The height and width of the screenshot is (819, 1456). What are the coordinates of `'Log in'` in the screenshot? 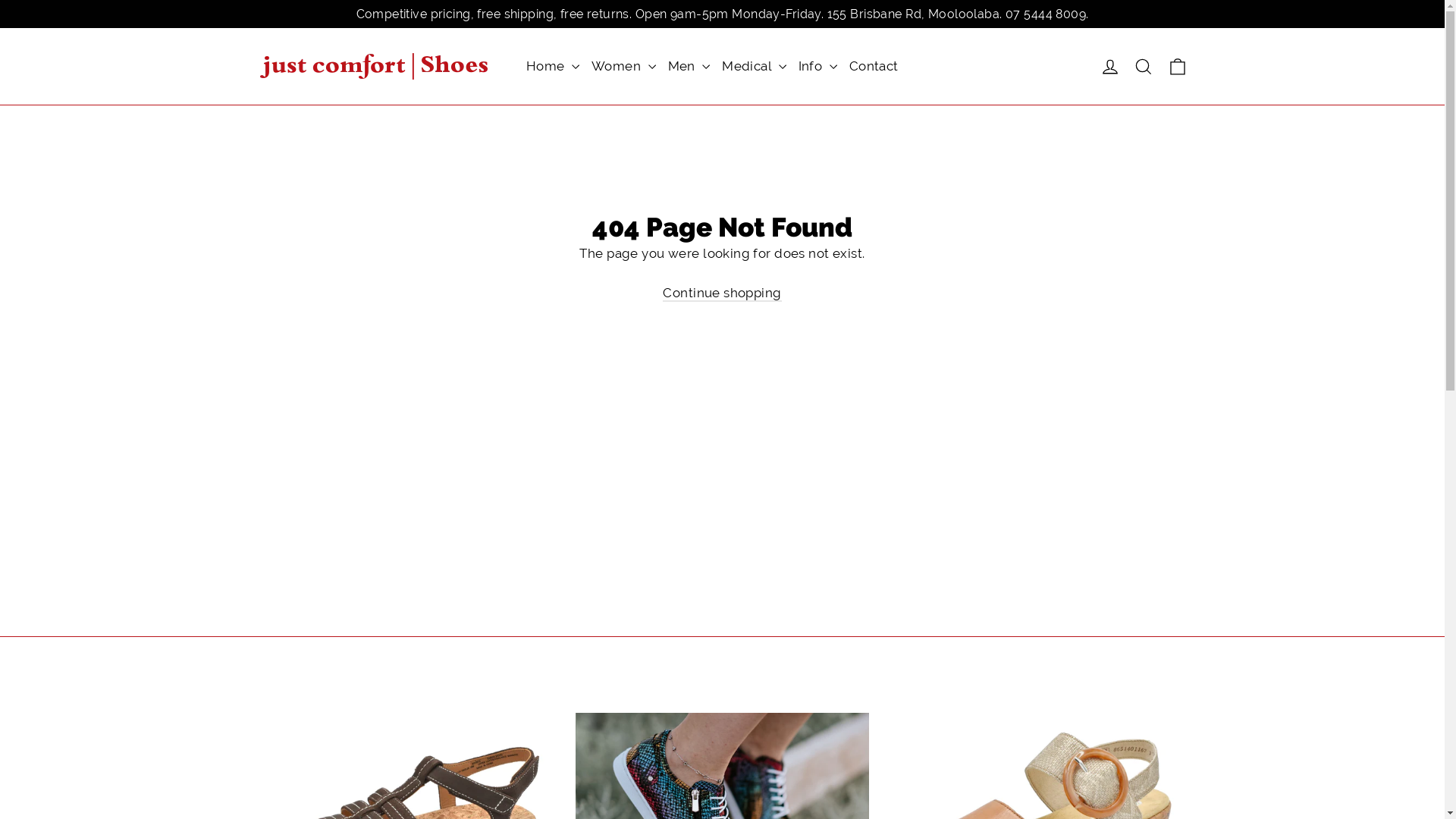 It's located at (1093, 65).